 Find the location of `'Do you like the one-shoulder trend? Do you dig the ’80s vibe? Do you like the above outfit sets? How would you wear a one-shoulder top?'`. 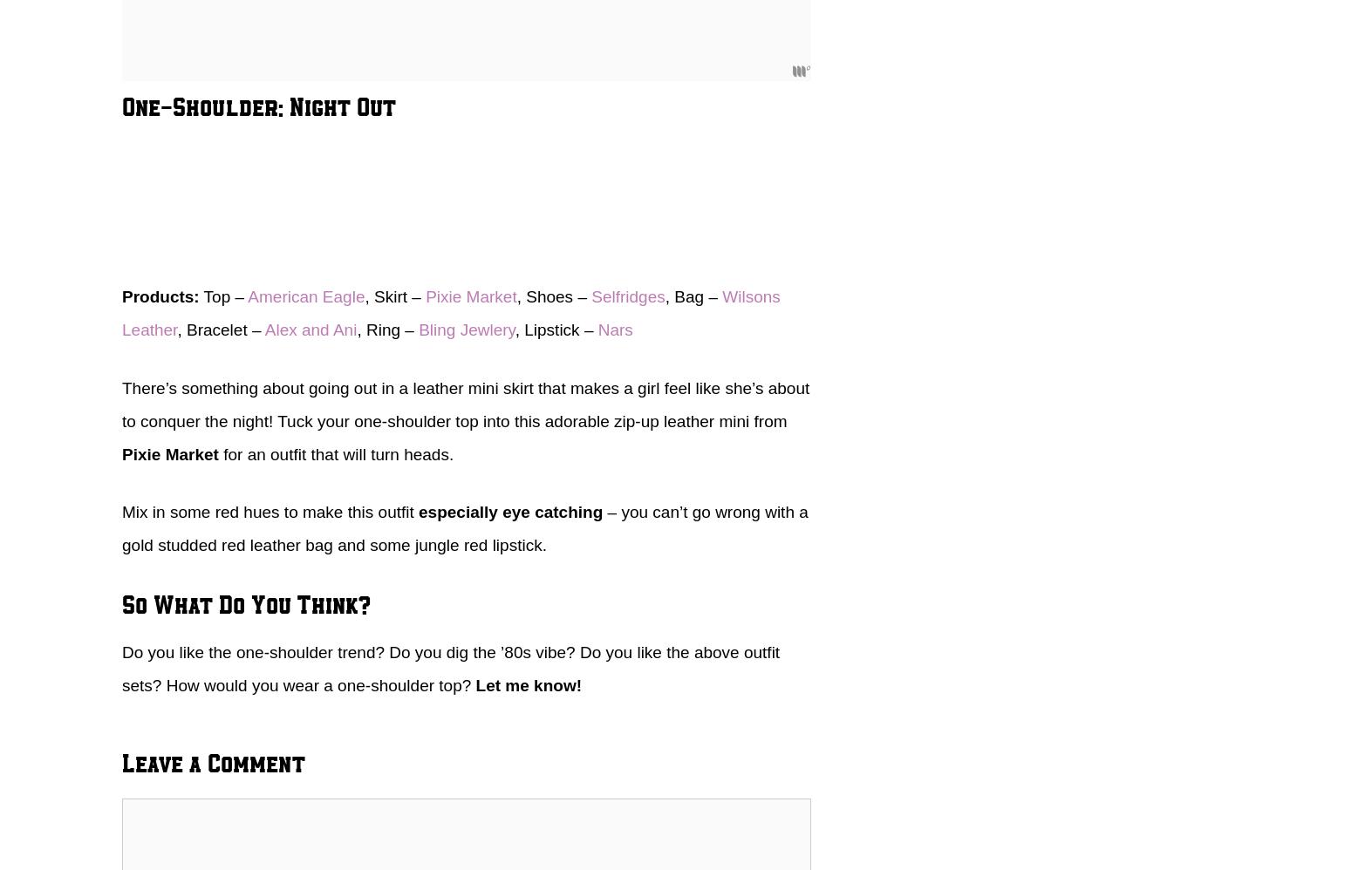

'Do you like the one-shoulder trend? Do you dig the ’80s vibe? Do you like the above outfit sets? How would you wear a one-shoulder top?' is located at coordinates (451, 667).